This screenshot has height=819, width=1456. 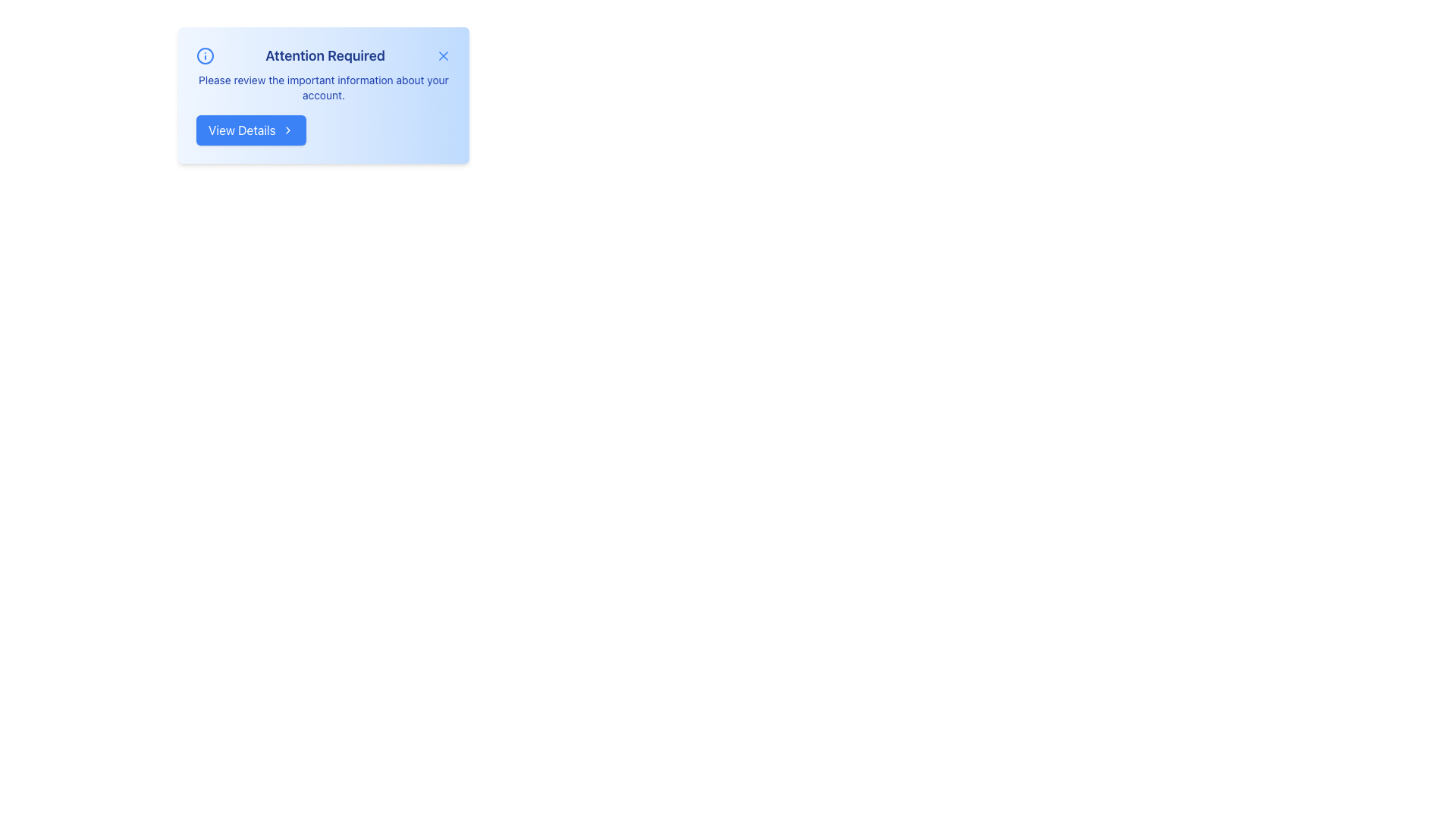 I want to click on the 'View Details' text label button, so click(x=241, y=130).